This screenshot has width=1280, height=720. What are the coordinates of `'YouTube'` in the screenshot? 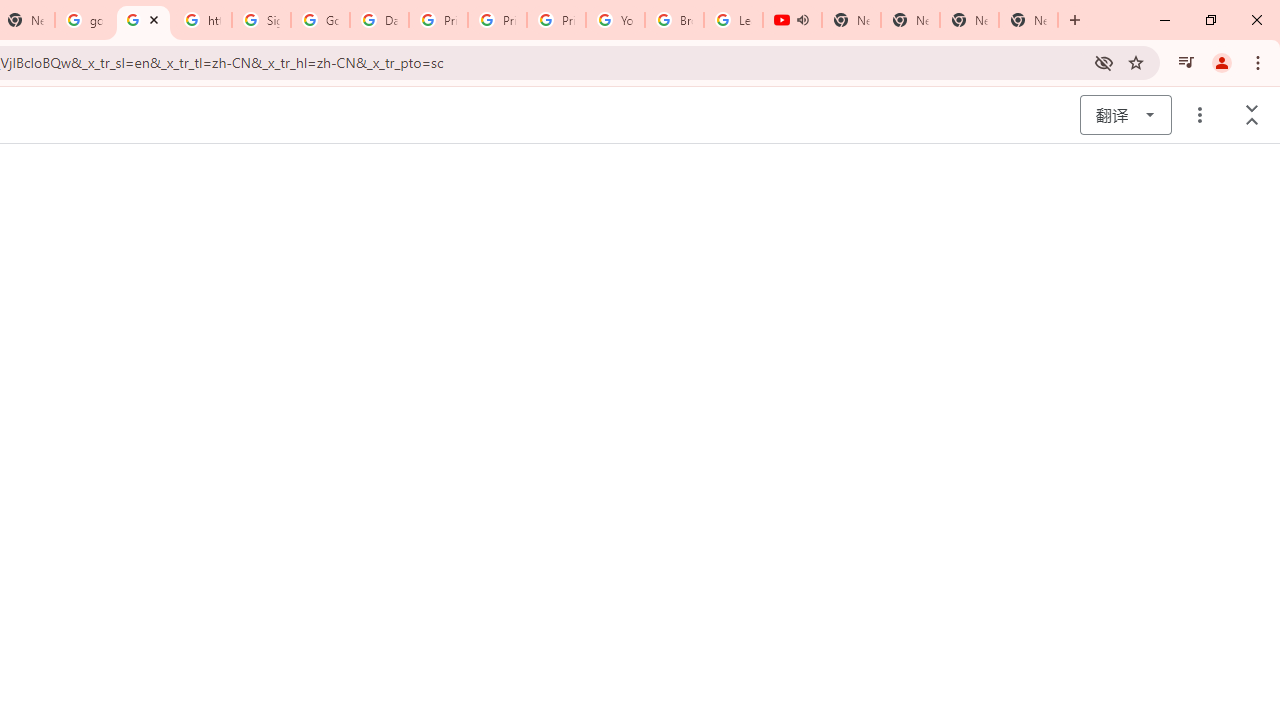 It's located at (614, 20).